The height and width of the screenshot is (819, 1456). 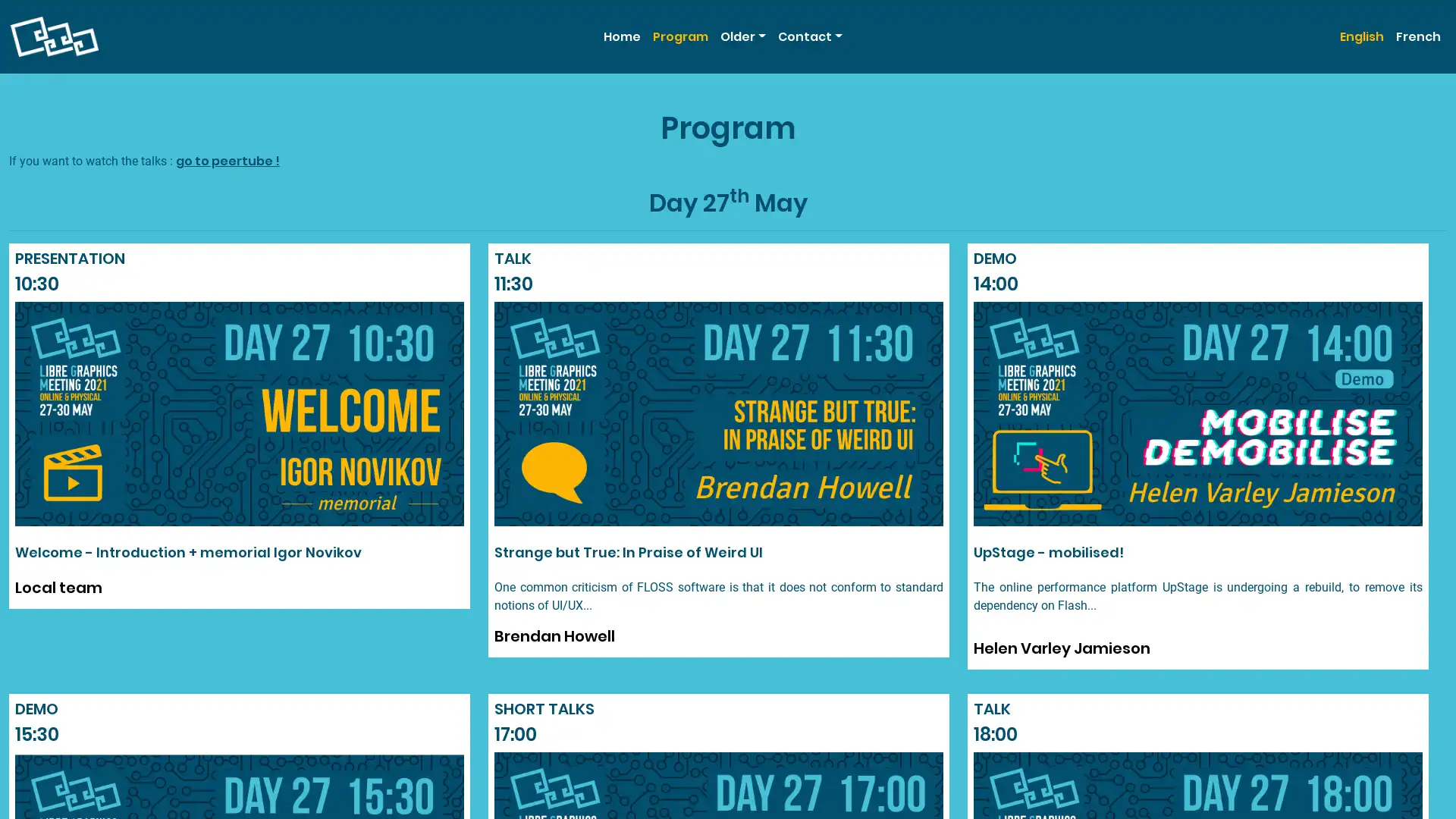 I want to click on Older, so click(x=742, y=35).